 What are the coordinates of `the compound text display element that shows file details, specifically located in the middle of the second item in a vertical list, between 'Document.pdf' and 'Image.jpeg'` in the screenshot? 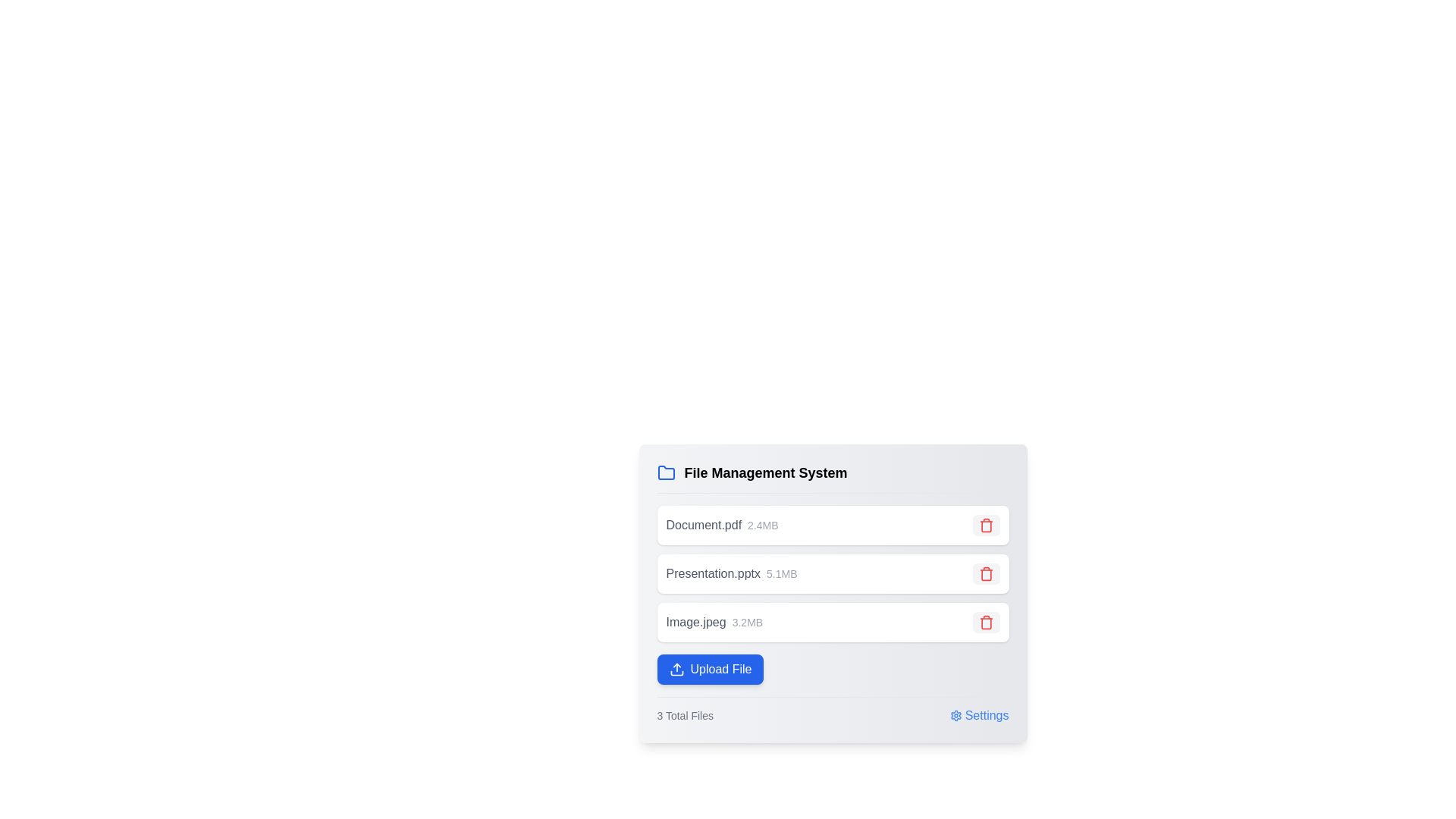 It's located at (731, 573).